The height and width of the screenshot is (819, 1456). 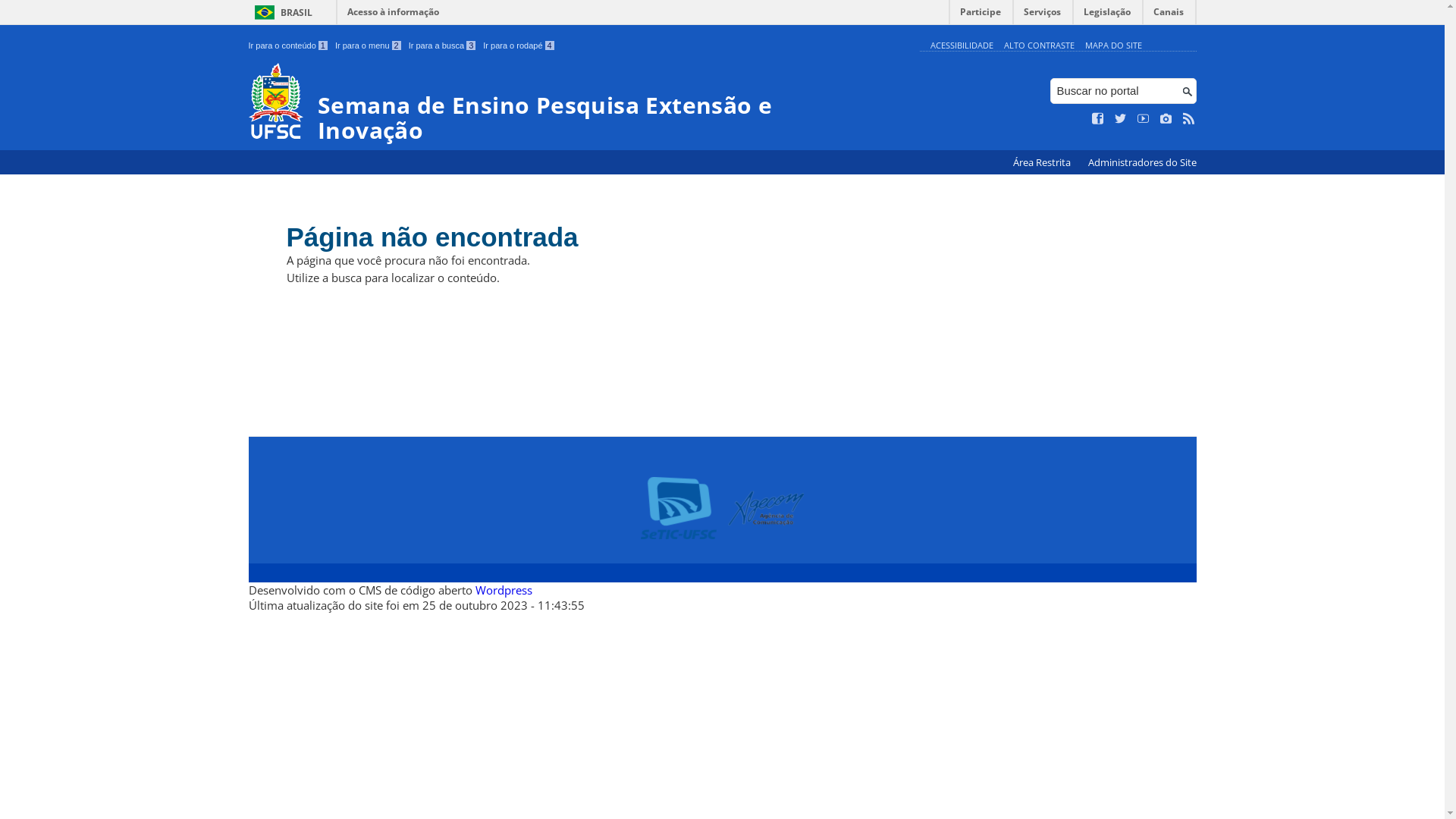 What do you see at coordinates (1004, 44) in the screenshot?
I see `'ALTO CONTRASTE'` at bounding box center [1004, 44].